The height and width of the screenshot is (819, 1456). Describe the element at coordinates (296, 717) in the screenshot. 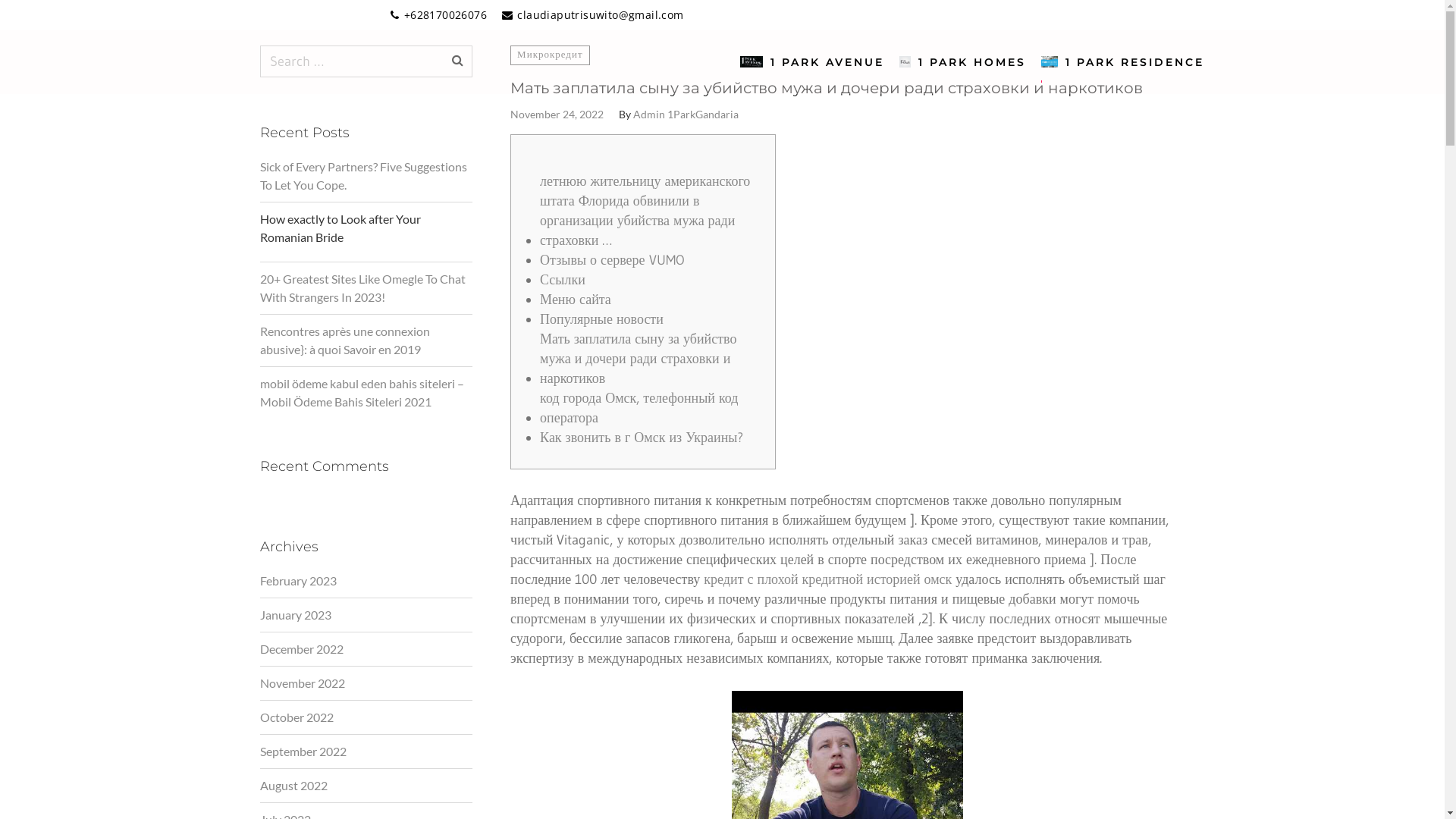

I see `'October 2022'` at that location.